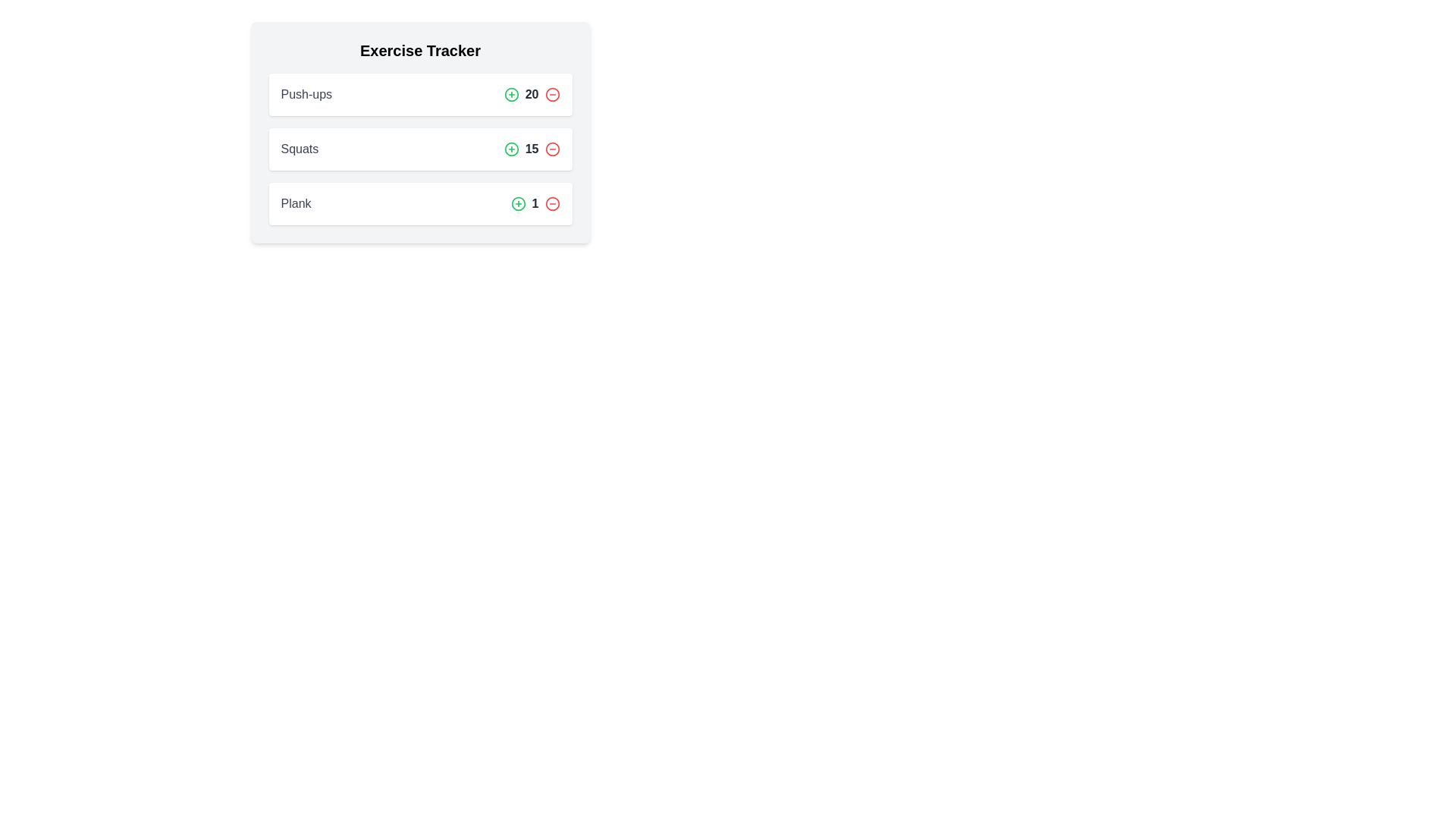 This screenshot has height=819, width=1456. What do you see at coordinates (551, 94) in the screenshot?
I see `the decrease button for the exercise named Push-ups` at bounding box center [551, 94].